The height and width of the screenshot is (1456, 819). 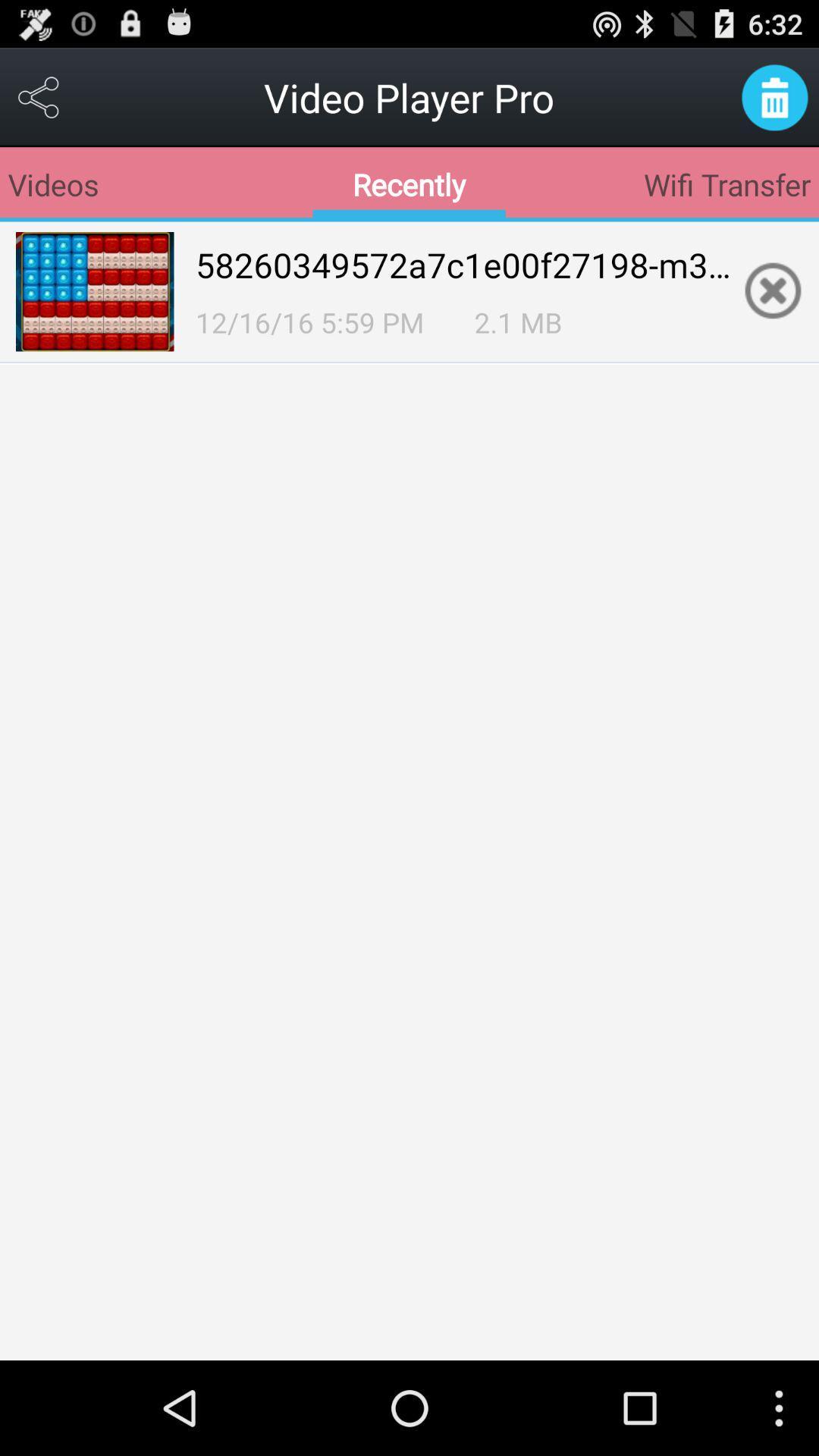 What do you see at coordinates (39, 96) in the screenshot?
I see `share video` at bounding box center [39, 96].